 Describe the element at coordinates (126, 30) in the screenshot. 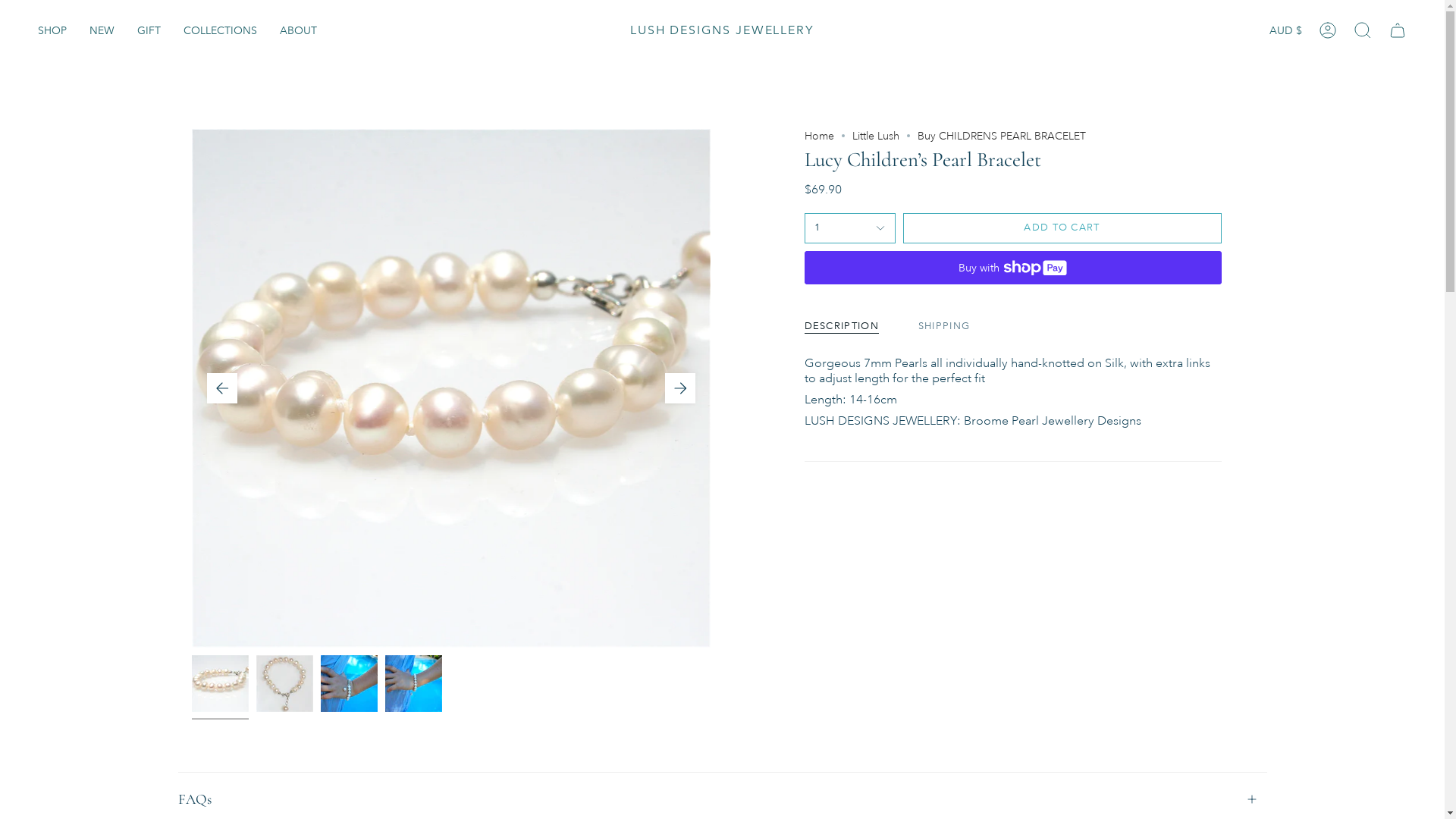

I see `'GIFT'` at that location.